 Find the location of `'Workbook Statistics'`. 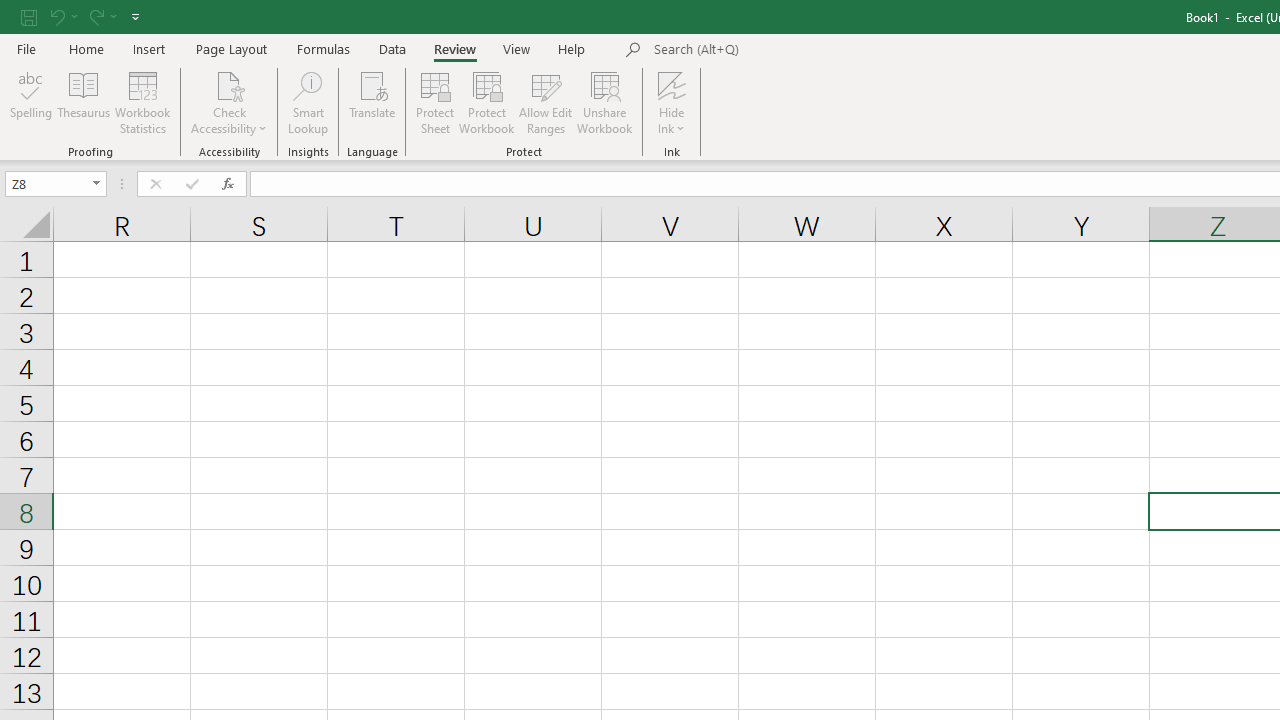

'Workbook Statistics' is located at coordinates (141, 103).